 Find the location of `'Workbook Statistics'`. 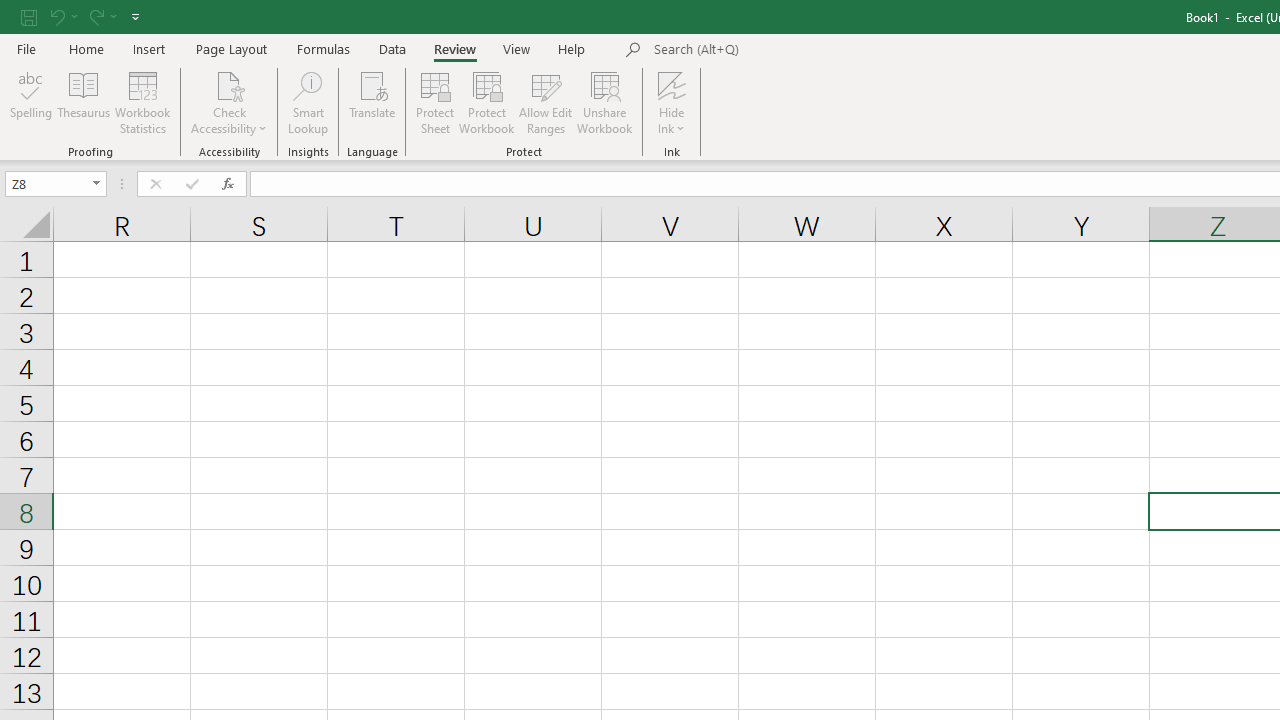

'Workbook Statistics' is located at coordinates (141, 103).